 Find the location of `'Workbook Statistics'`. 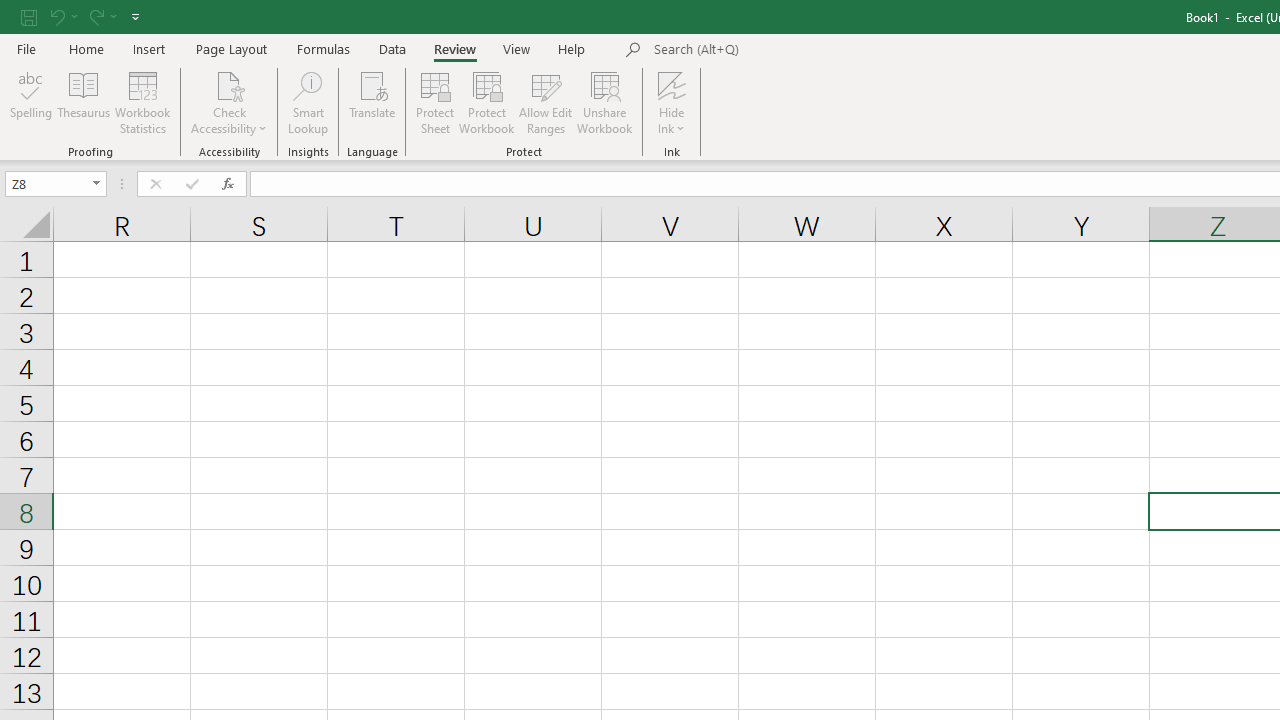

'Workbook Statistics' is located at coordinates (141, 103).